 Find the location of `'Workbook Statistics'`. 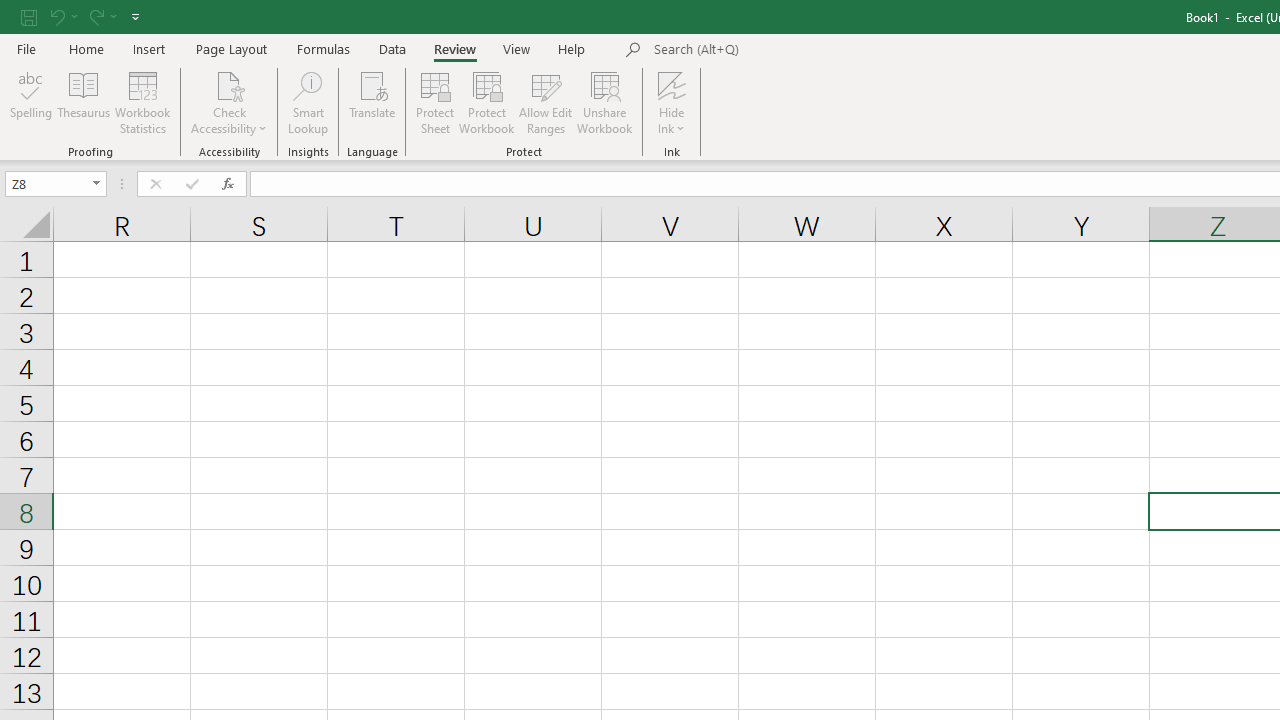

'Workbook Statistics' is located at coordinates (141, 103).